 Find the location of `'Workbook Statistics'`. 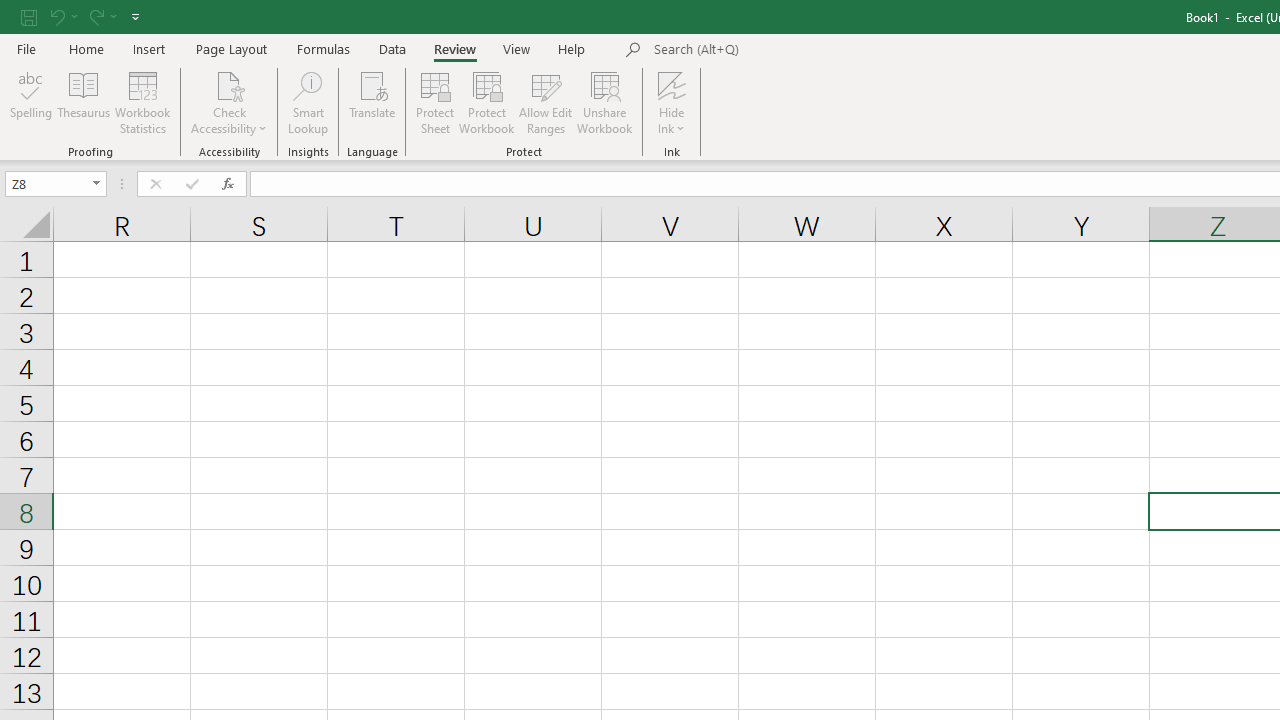

'Workbook Statistics' is located at coordinates (141, 103).